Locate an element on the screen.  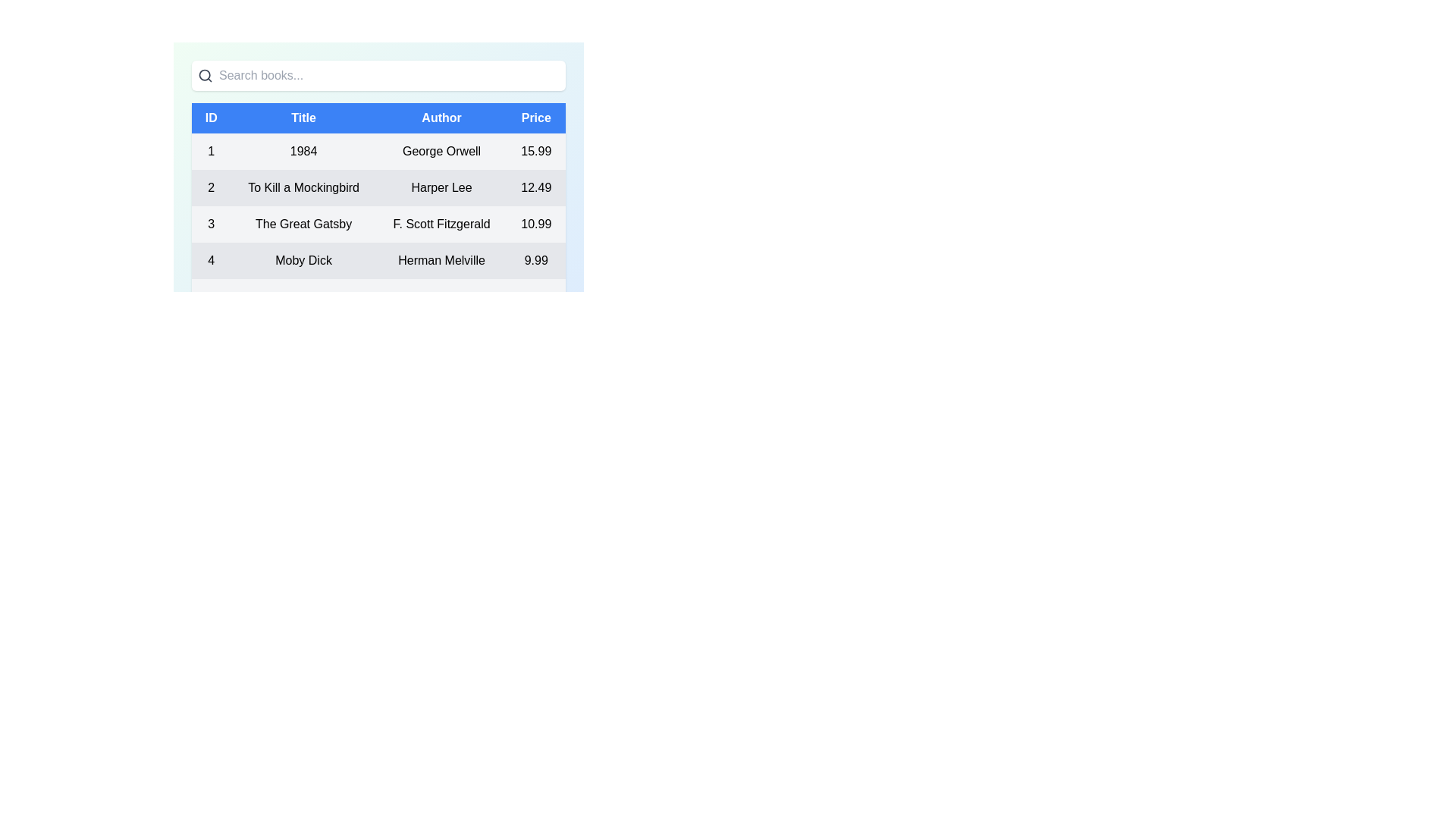
the numeric value '12.49' displayed in the last cell of the second row under the 'Price' column for the 'To Kill a Mockingbird' book entry is located at coordinates (536, 187).